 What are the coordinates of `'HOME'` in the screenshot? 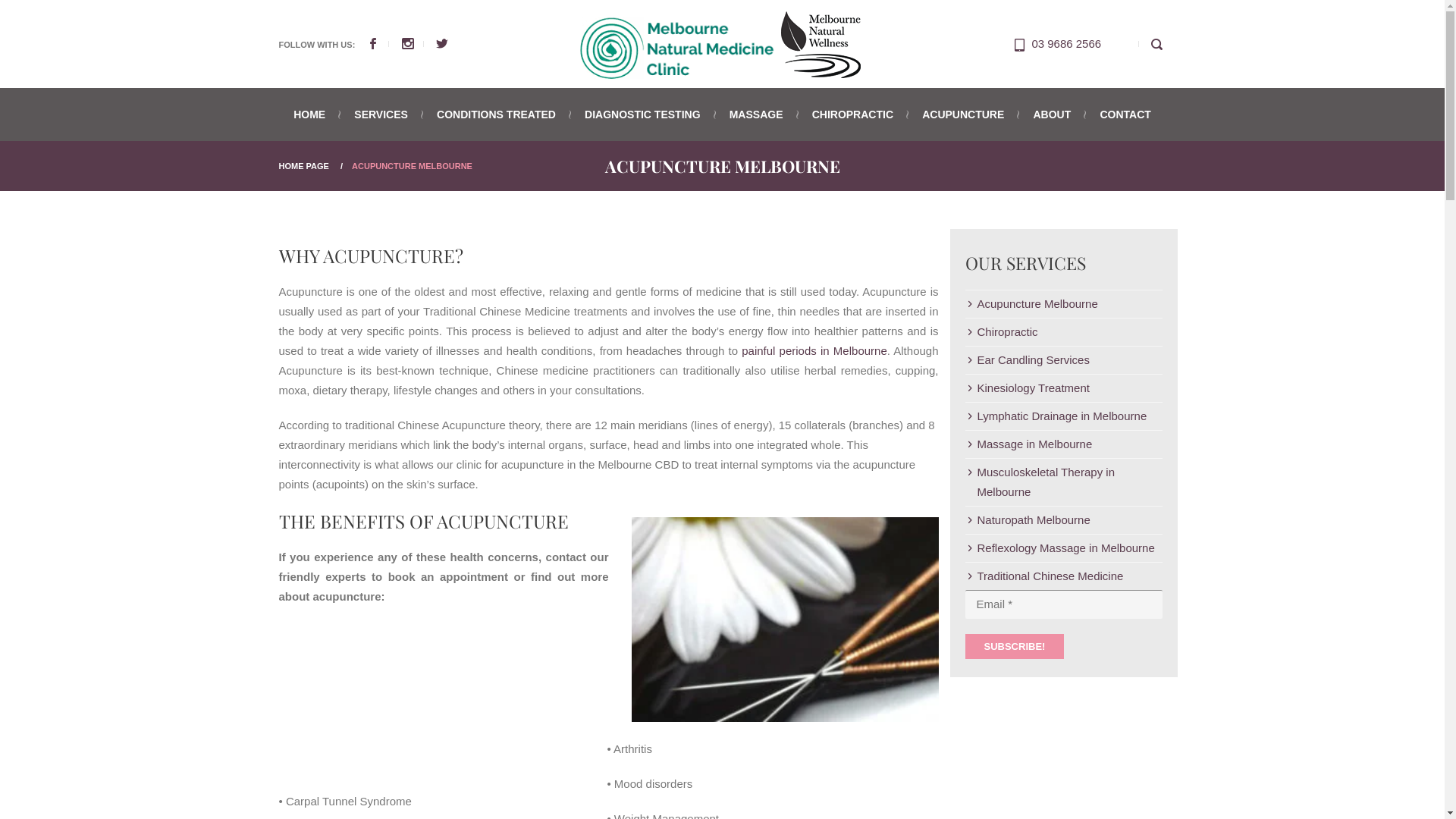 It's located at (315, 113).